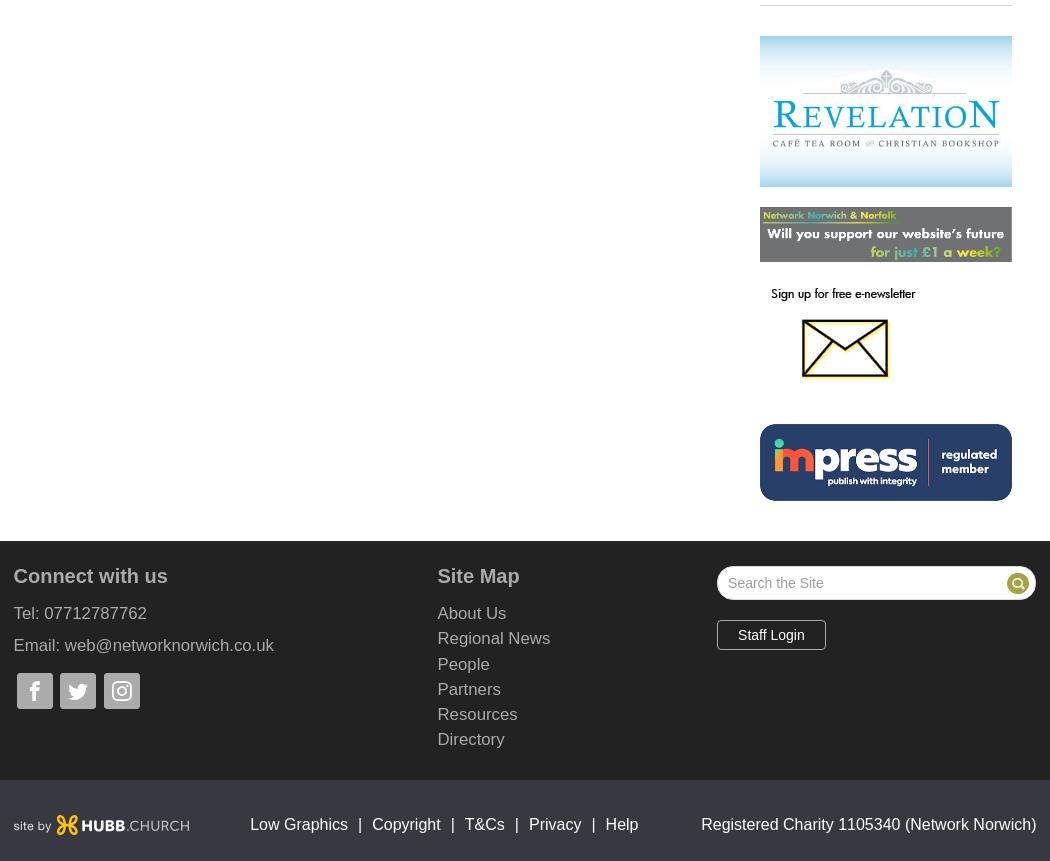  I want to click on 'web@networknorwich.co.uk', so click(169, 645).